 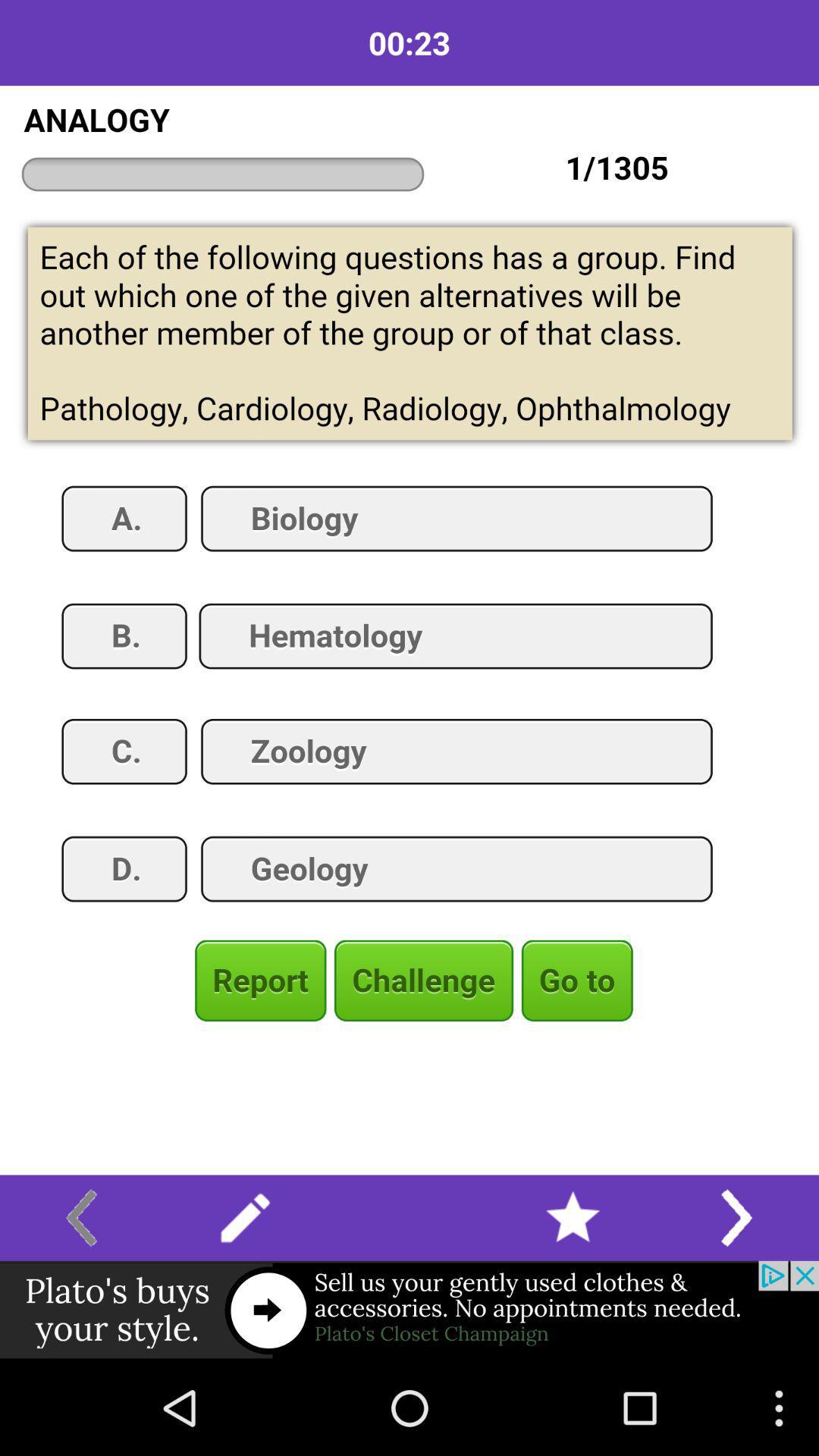 What do you see at coordinates (244, 1302) in the screenshot?
I see `the edit icon` at bounding box center [244, 1302].